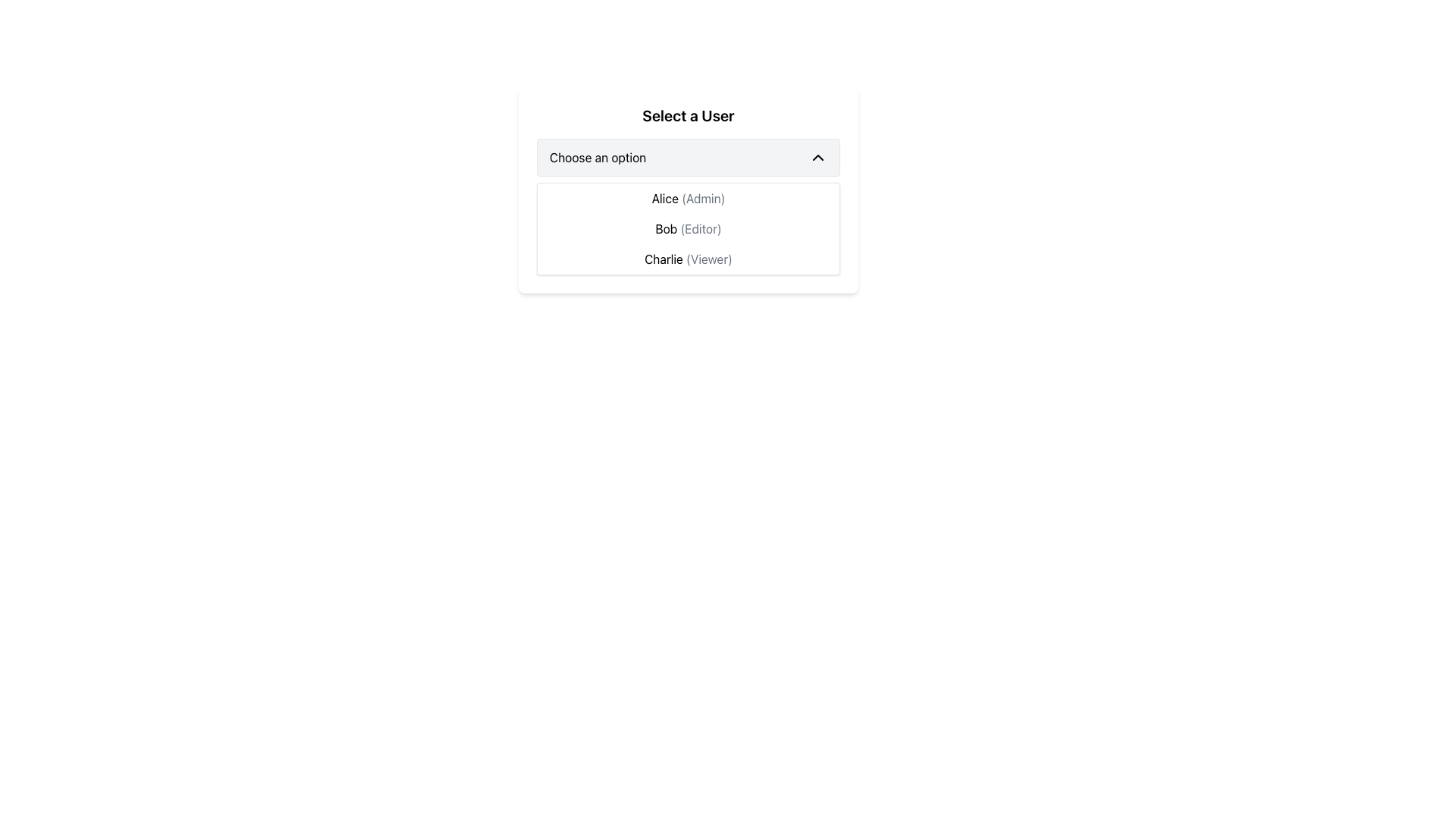 The image size is (1456, 819). Describe the element at coordinates (687, 259) in the screenshot. I see `the dropdown list item for user 'Charlie (Viewer)' to activate it` at that location.